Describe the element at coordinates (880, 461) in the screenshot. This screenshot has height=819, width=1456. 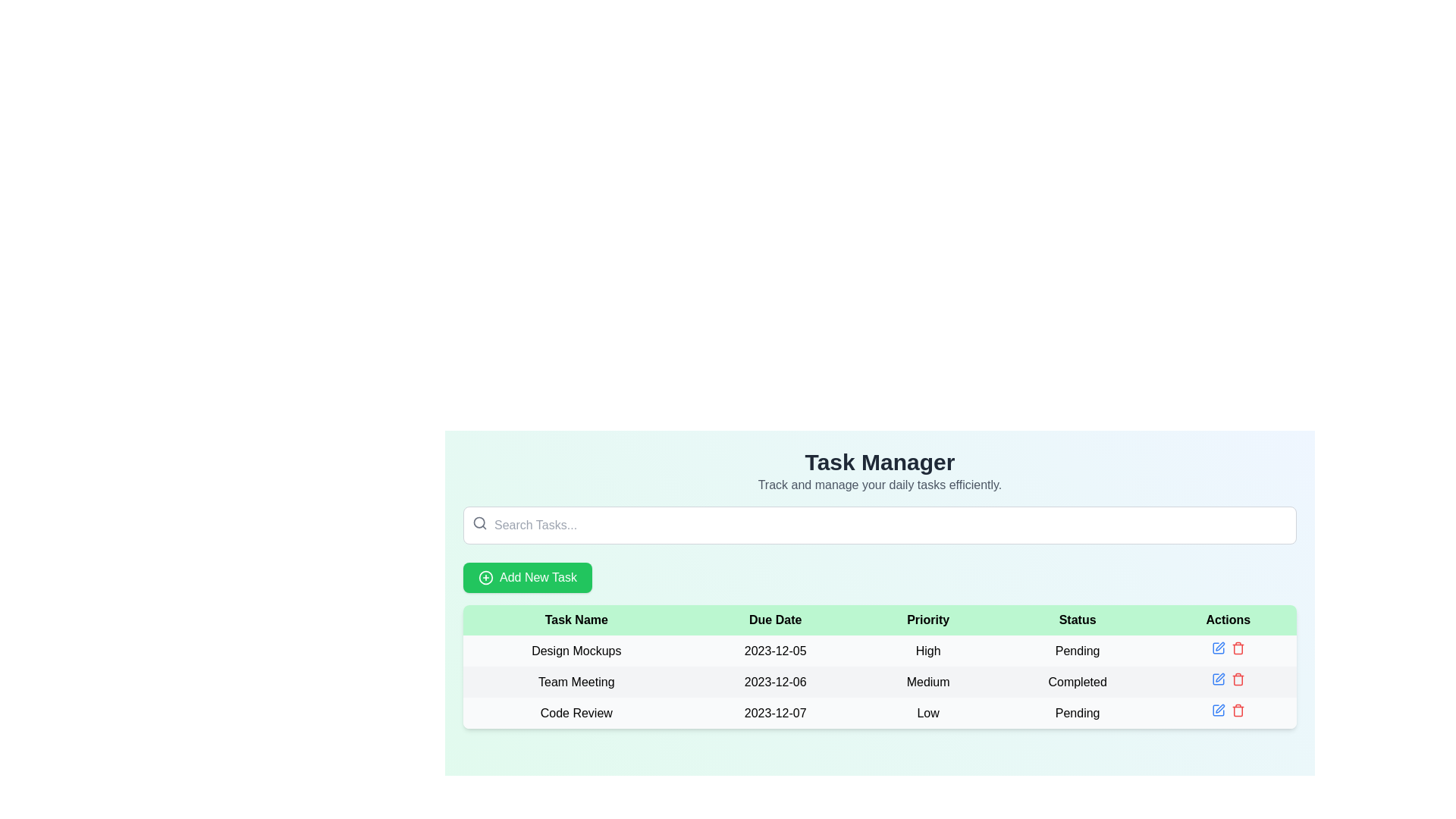
I see `Page Header / Title Text located at the top center of the interface, which indicates the primary purpose of managing tasks` at that location.